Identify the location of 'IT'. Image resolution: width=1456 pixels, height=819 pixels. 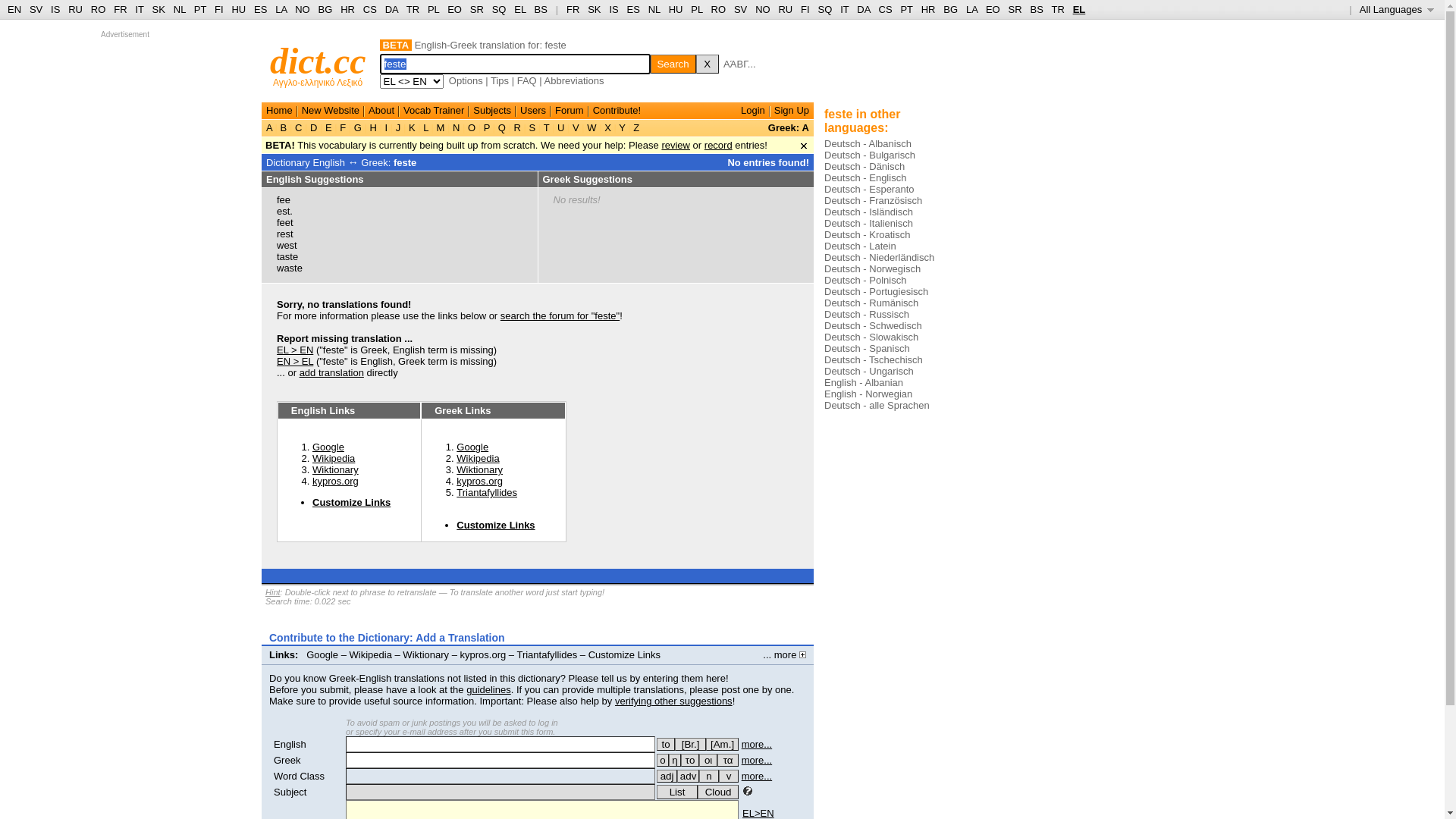
(843, 9).